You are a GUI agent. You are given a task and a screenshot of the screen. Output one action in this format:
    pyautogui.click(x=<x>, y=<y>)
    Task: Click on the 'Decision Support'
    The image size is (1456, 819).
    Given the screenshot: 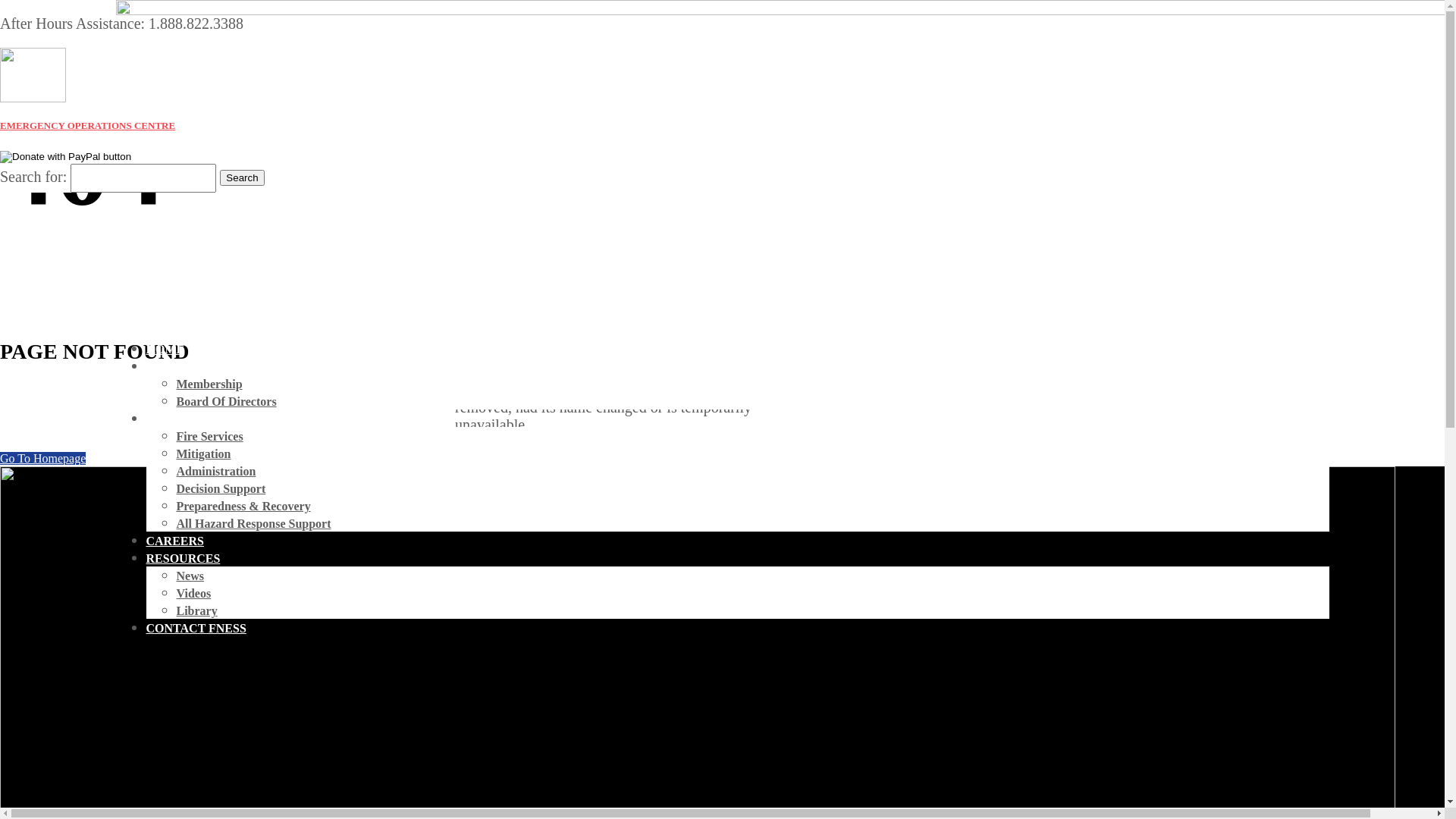 What is the action you would take?
    pyautogui.click(x=220, y=488)
    